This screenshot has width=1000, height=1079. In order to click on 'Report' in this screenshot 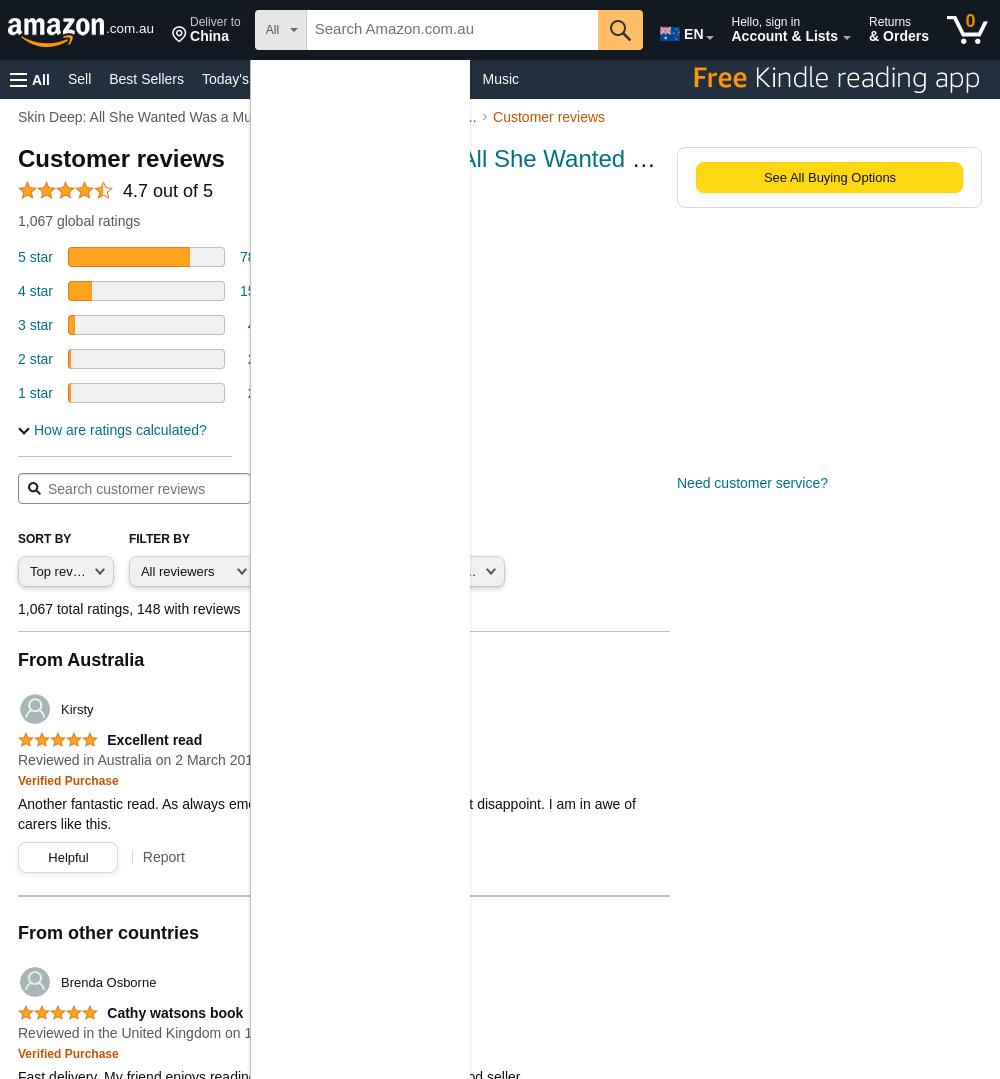, I will do `click(163, 857)`.